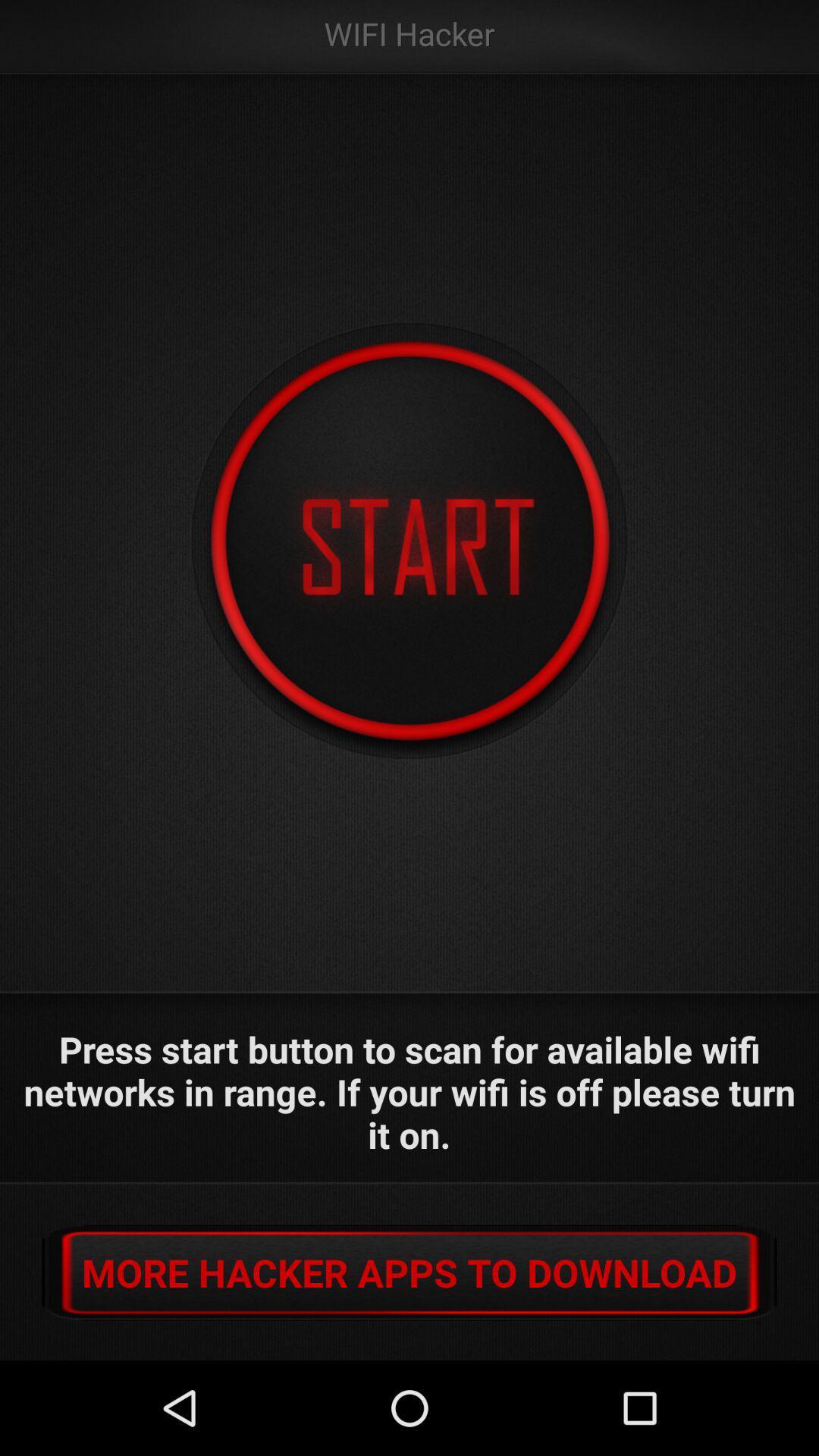 This screenshot has width=819, height=1456. I want to click on start scan, so click(409, 541).